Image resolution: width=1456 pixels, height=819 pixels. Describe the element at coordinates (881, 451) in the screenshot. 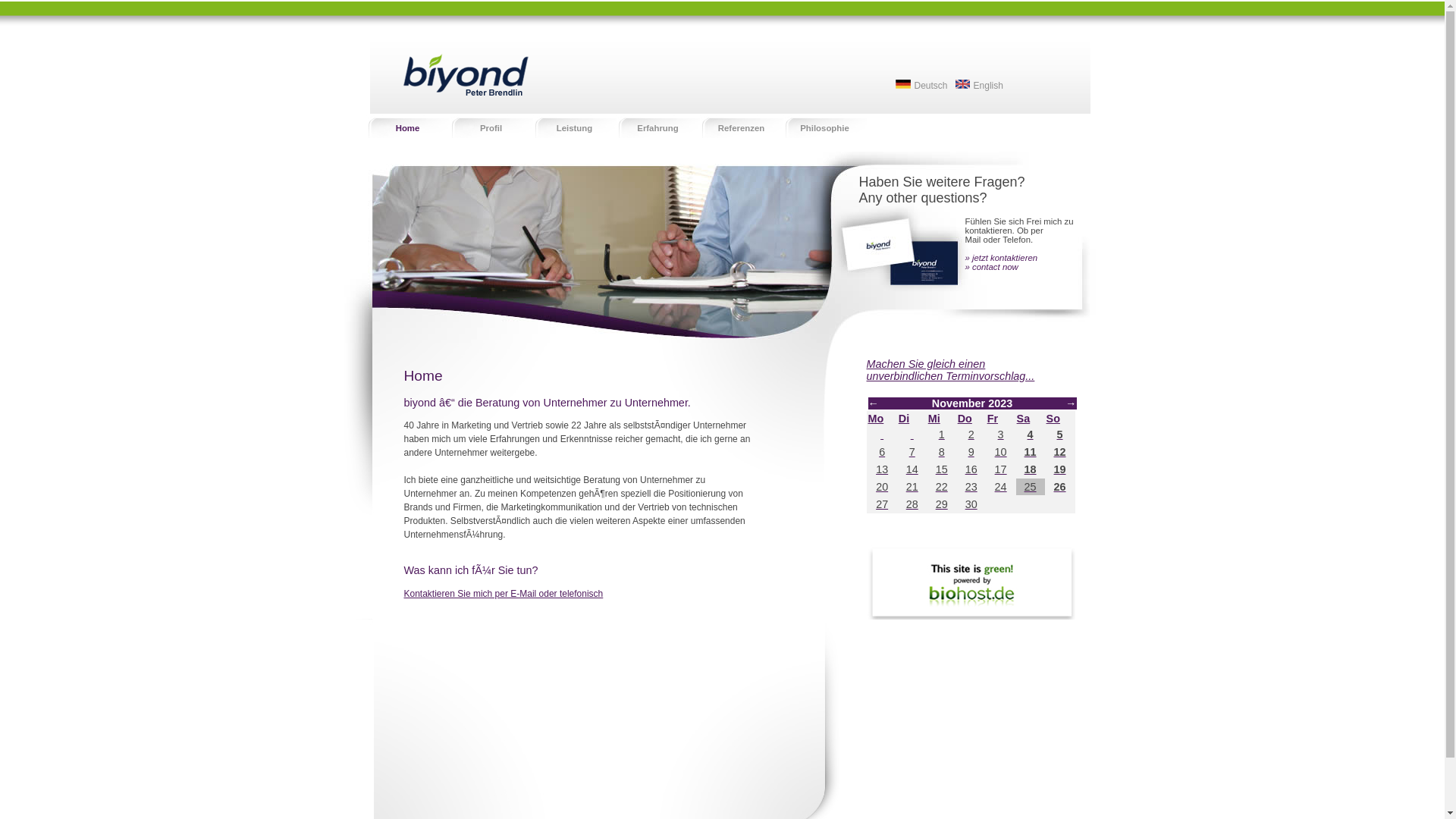

I see `'6'` at that location.